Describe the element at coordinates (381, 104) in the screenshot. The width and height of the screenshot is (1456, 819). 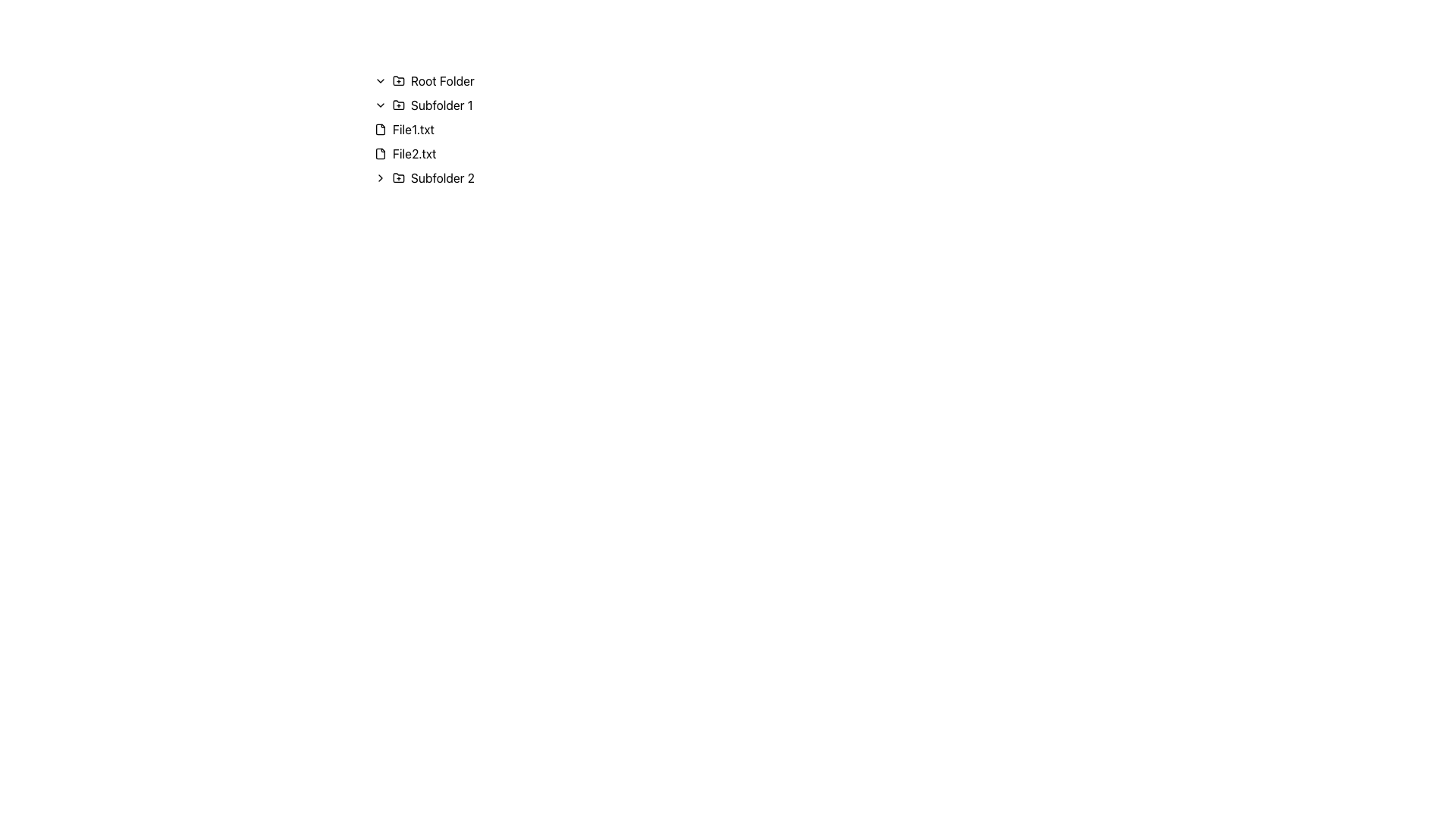
I see `the downward-pointing chevron icon button located to the left of the 'Subfolder 1' text` at that location.